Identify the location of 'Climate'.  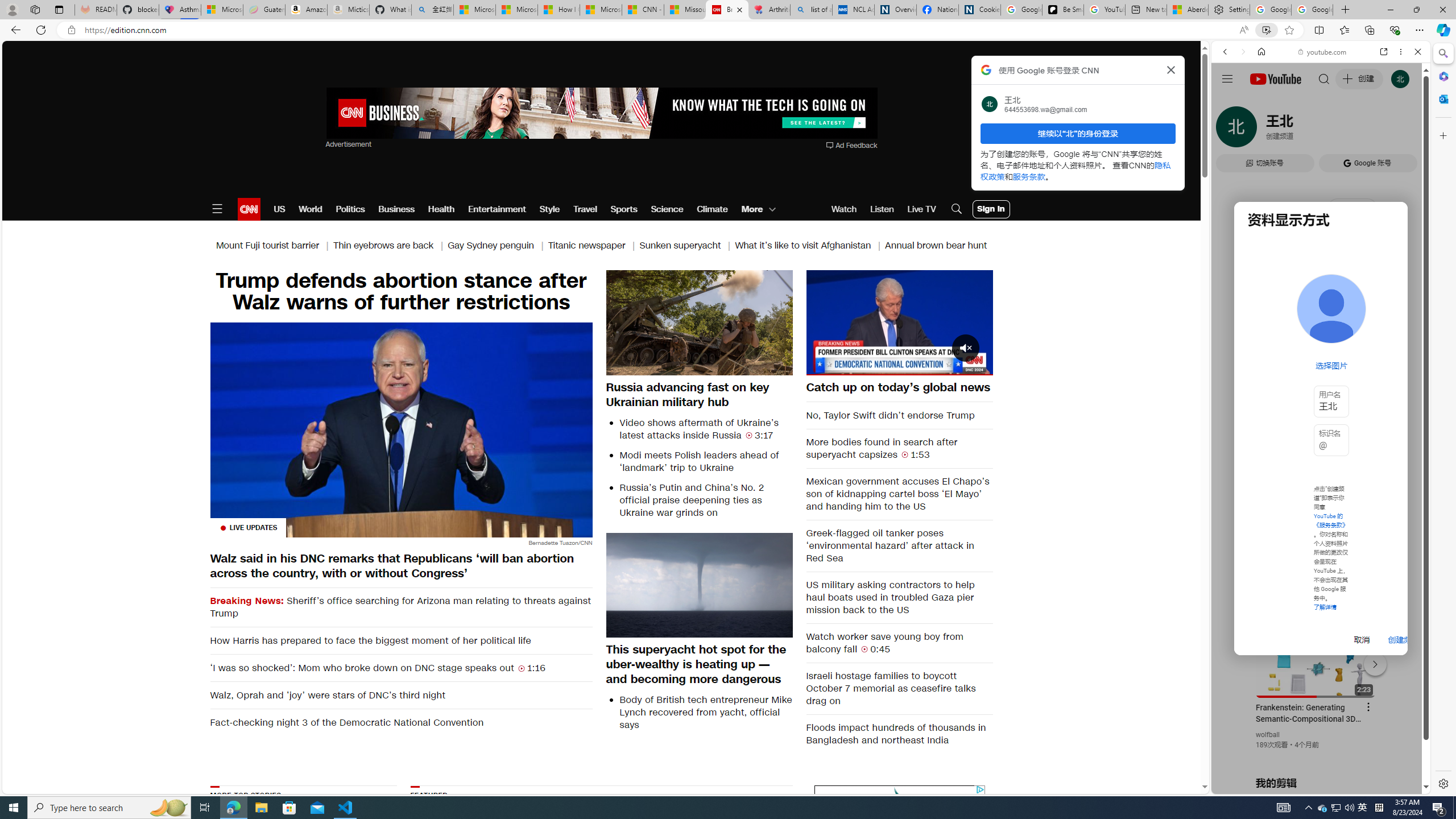
(712, 209).